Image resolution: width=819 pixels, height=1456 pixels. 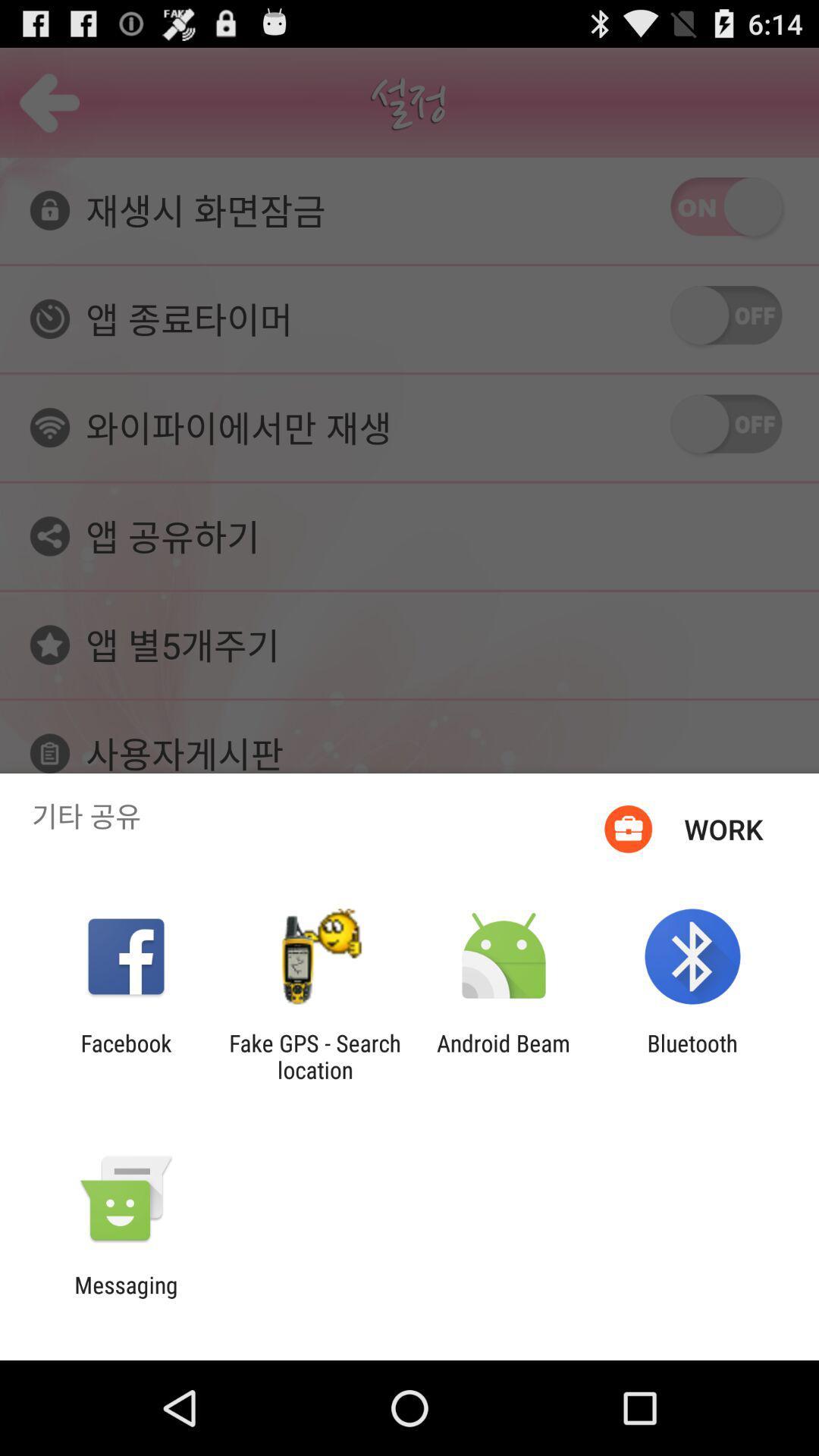 I want to click on the facebook item, so click(x=125, y=1056).